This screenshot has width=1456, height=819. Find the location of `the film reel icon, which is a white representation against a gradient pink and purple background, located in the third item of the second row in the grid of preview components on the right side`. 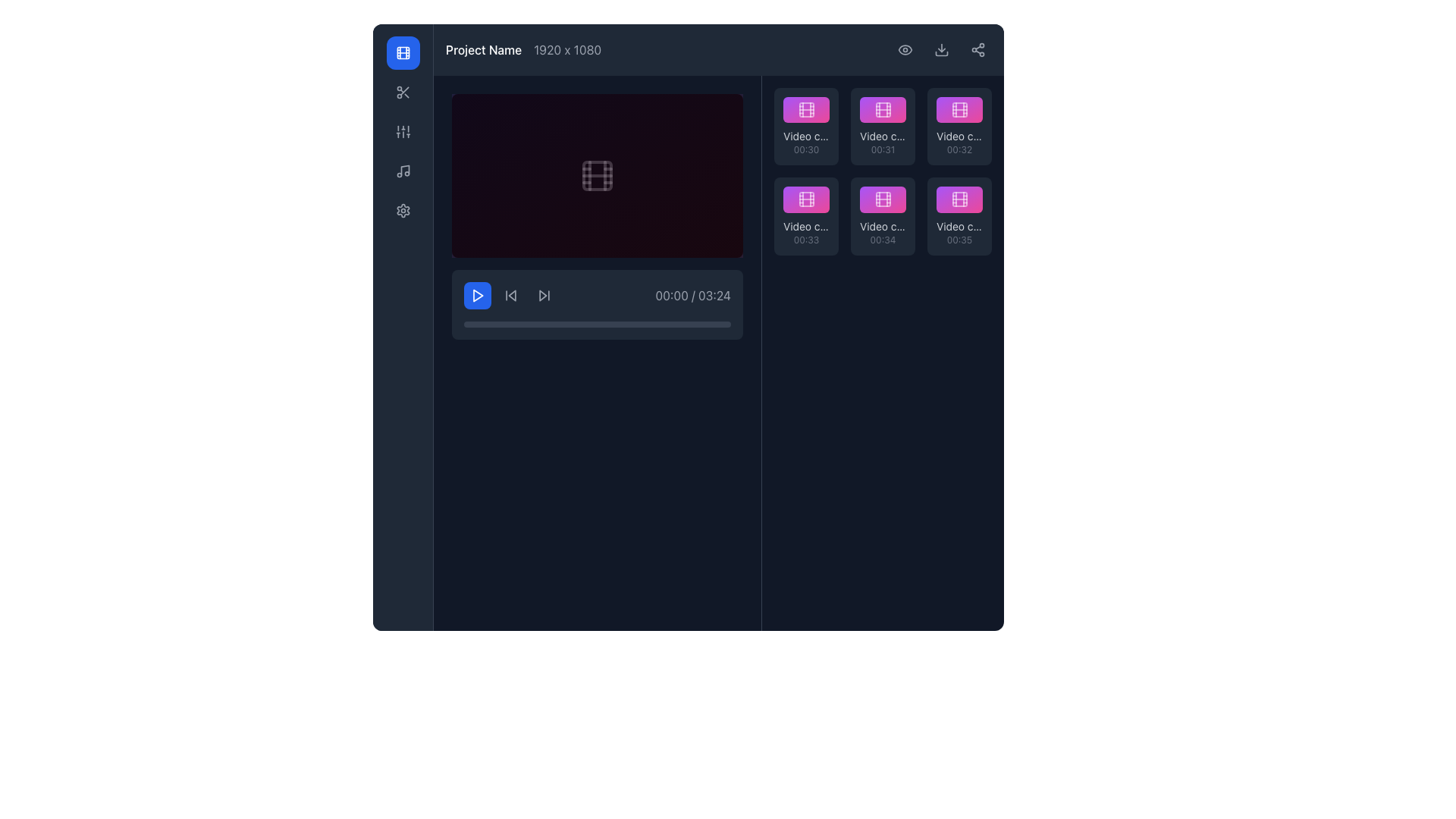

the film reel icon, which is a white representation against a gradient pink and purple background, located in the third item of the second row in the grid of preview components on the right side is located at coordinates (805, 199).